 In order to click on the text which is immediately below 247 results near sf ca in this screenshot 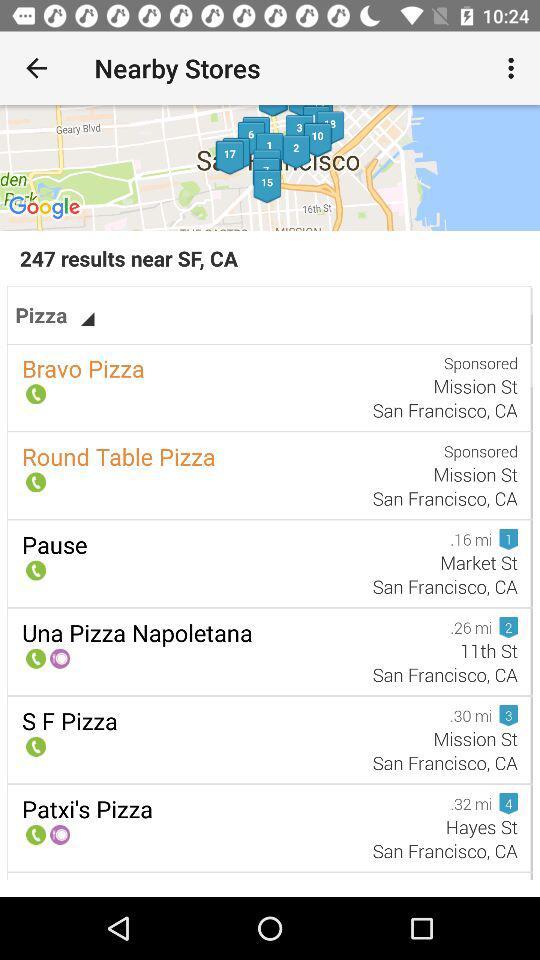, I will do `click(55, 314)`.